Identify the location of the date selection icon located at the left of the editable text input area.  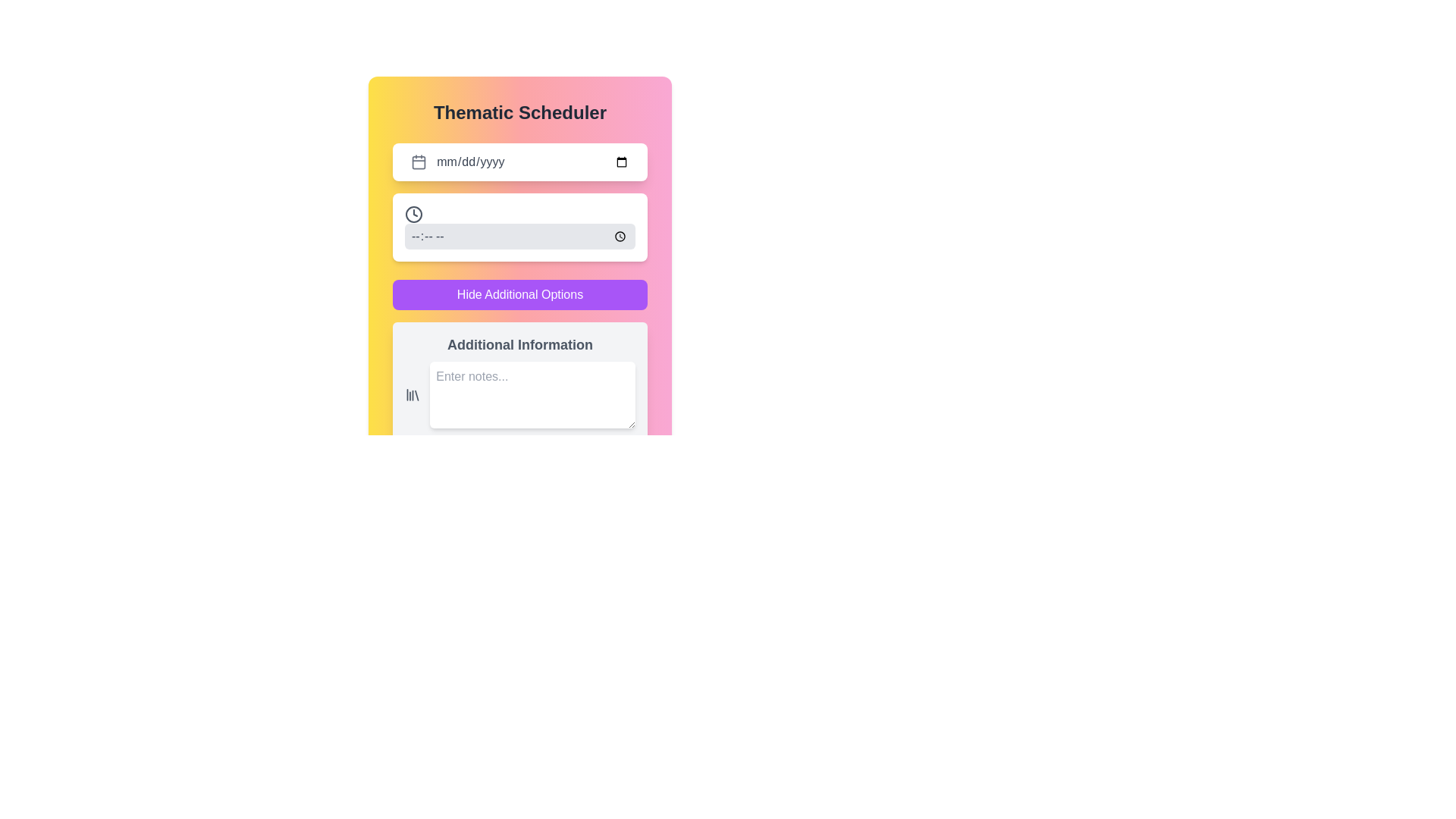
(419, 162).